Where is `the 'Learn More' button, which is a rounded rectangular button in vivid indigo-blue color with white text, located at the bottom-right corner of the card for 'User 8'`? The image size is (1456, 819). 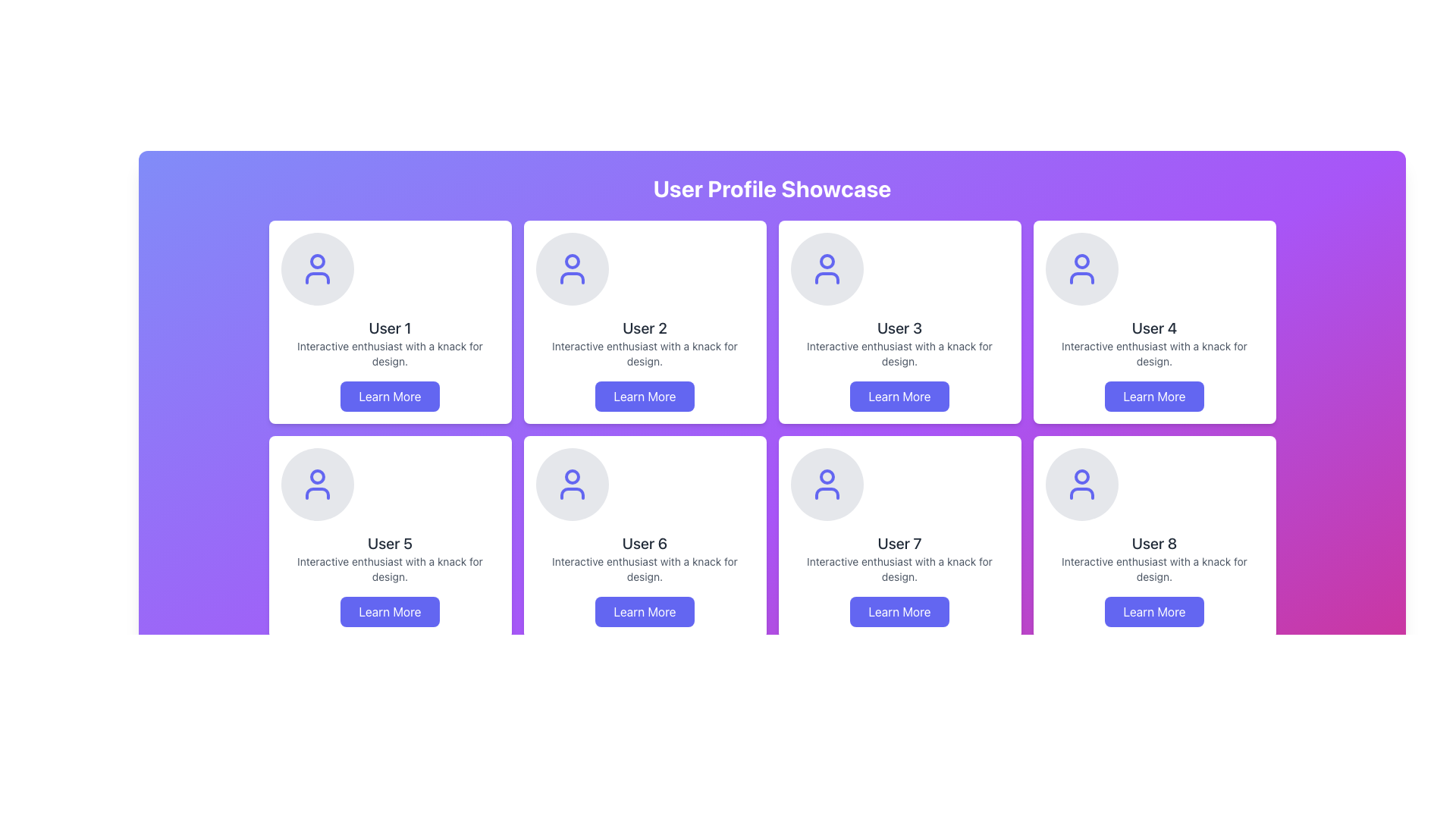
the 'Learn More' button, which is a rounded rectangular button in vivid indigo-blue color with white text, located at the bottom-right corner of the card for 'User 8' is located at coordinates (1153, 610).